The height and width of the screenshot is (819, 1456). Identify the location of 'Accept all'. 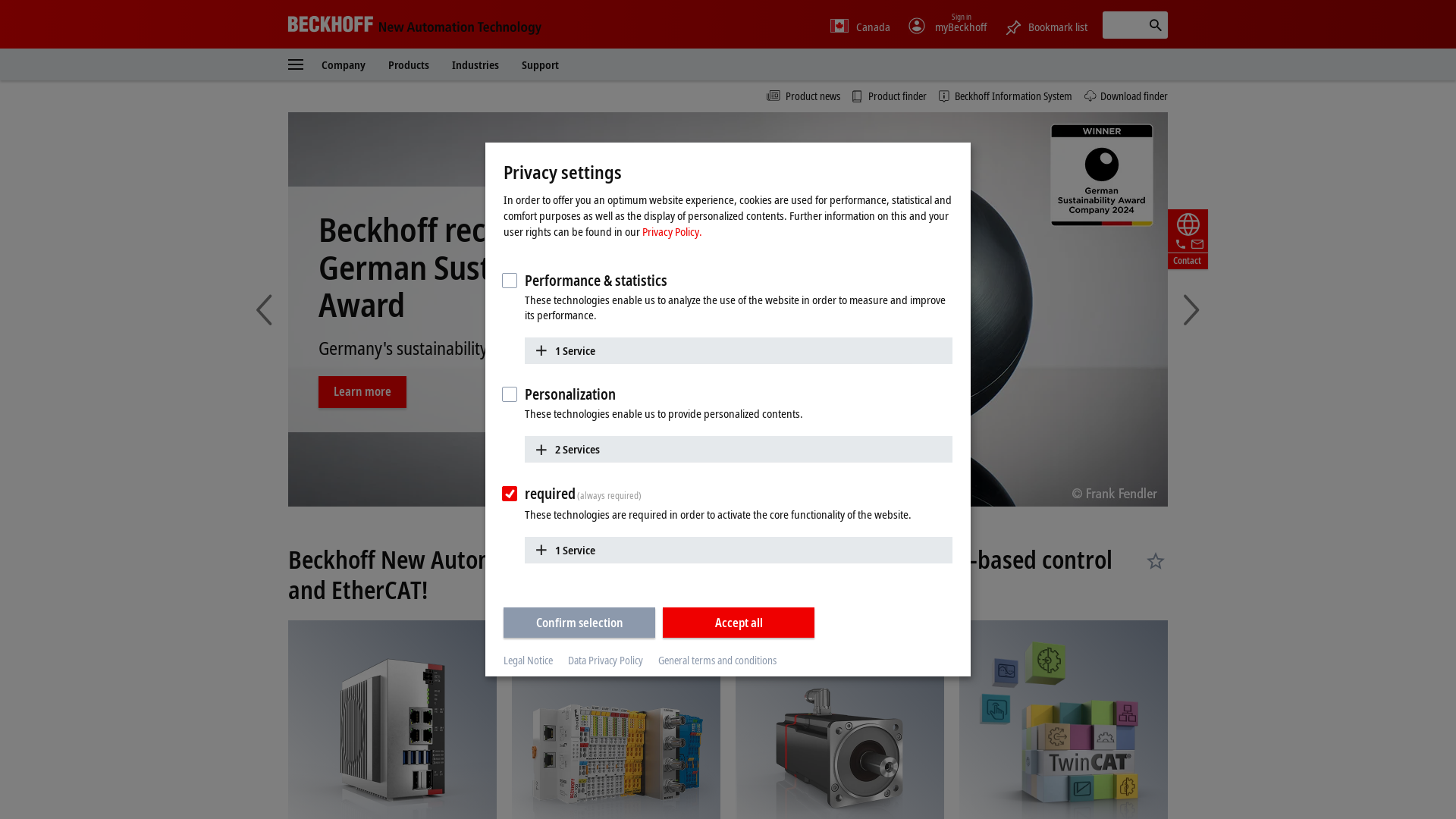
(662, 622).